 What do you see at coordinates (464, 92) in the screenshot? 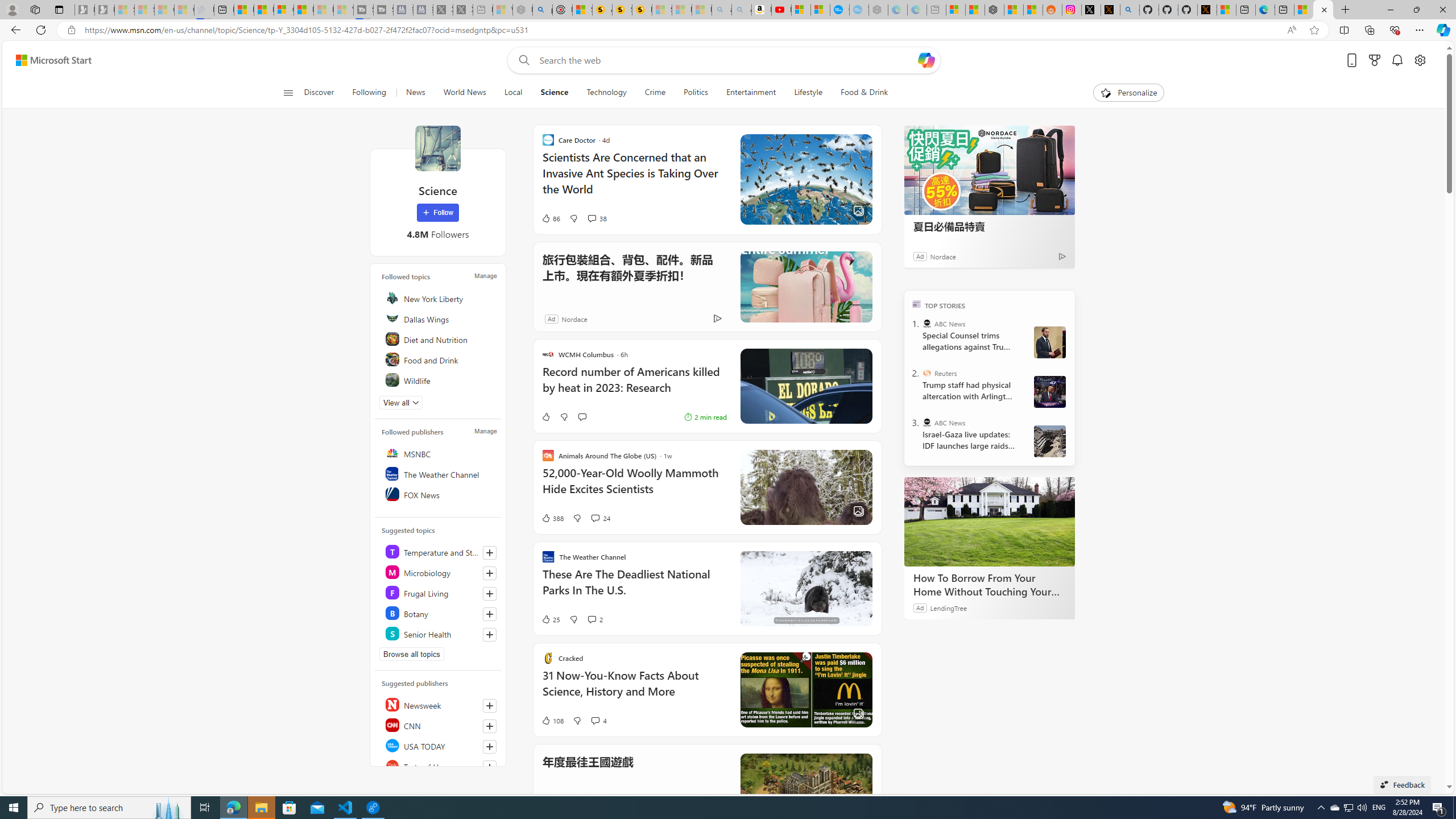
I see `'World News'` at bounding box center [464, 92].